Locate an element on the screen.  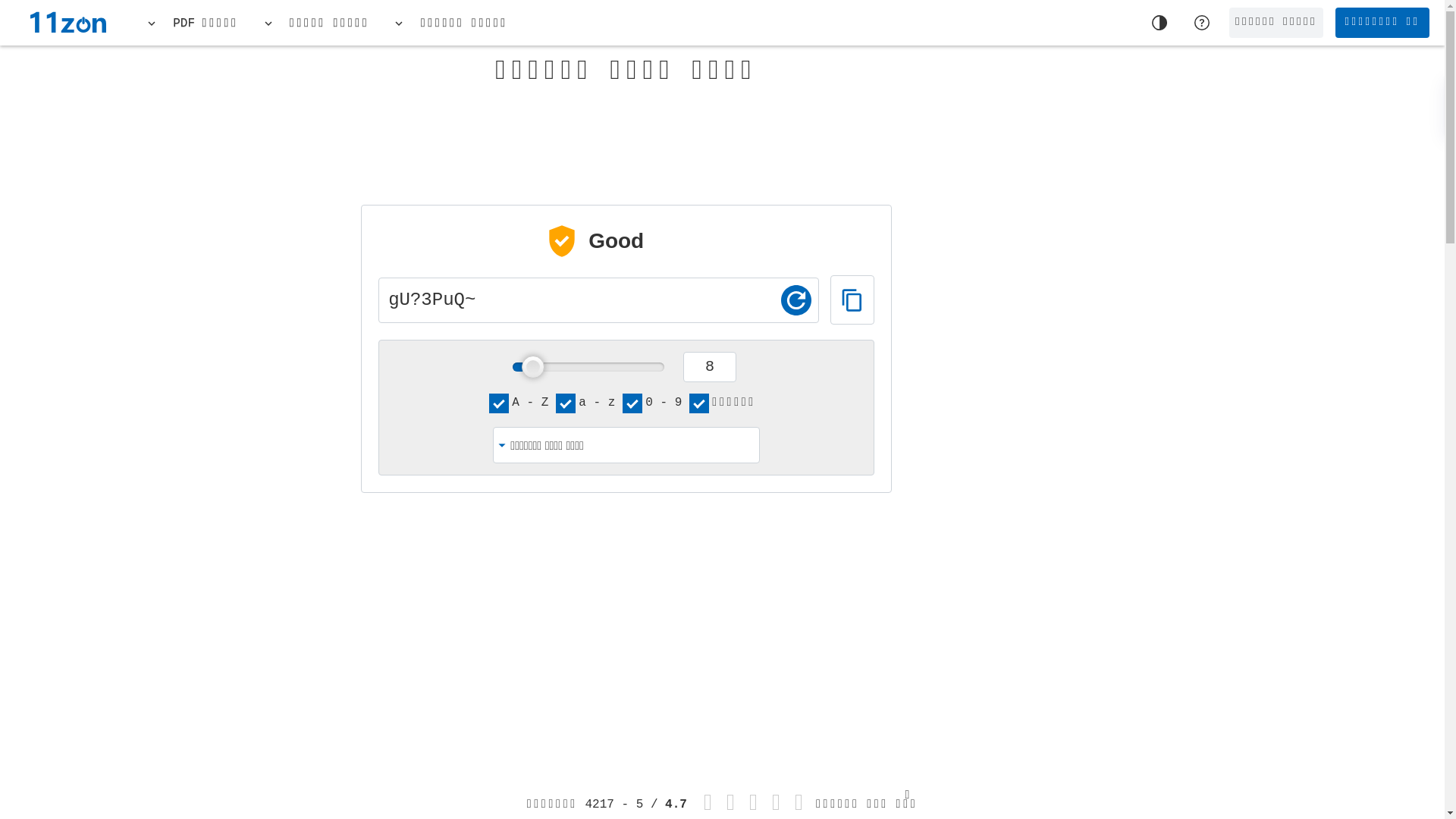
'Advertisement' is located at coordinates (847, 629).